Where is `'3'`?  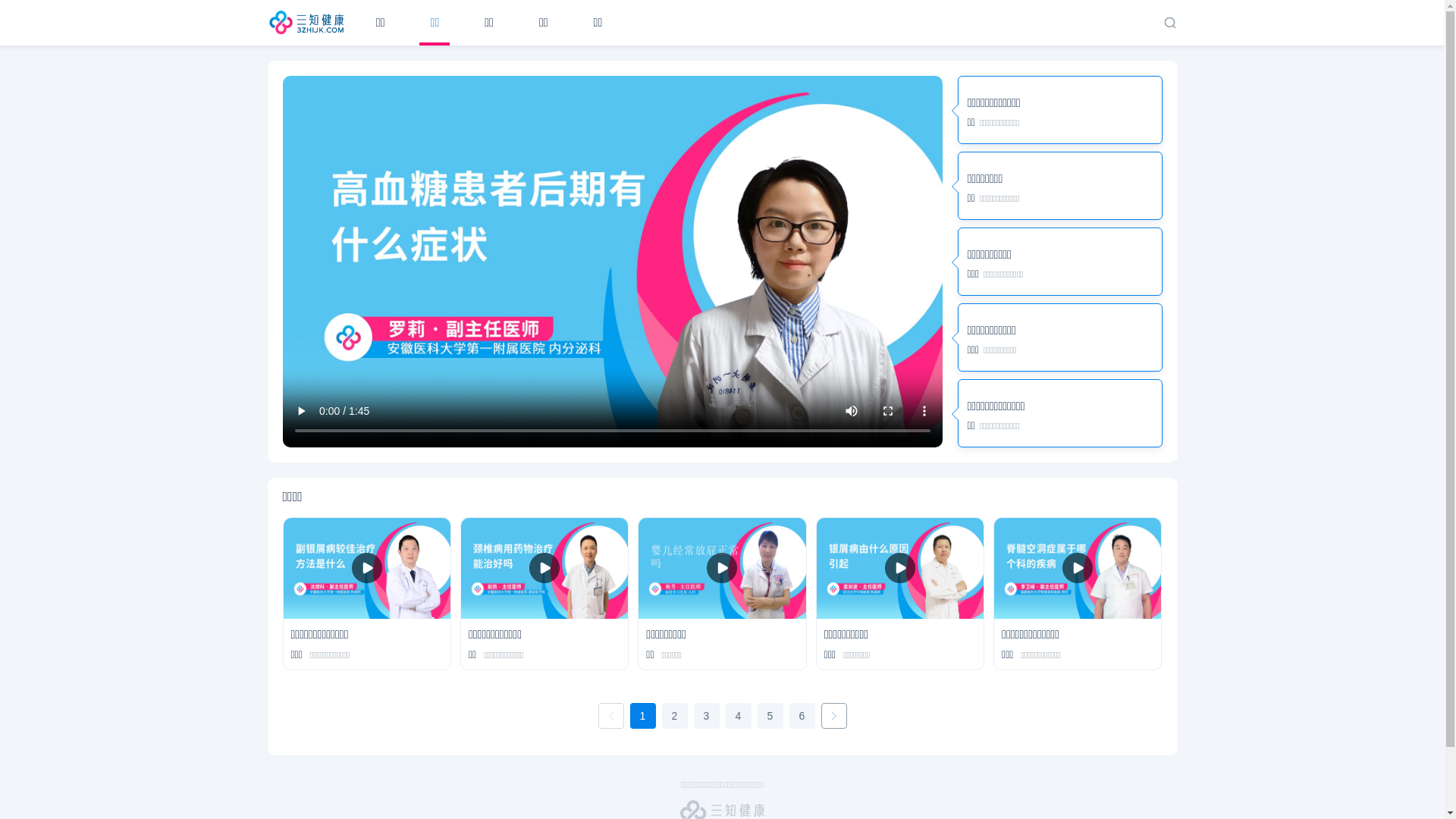
'3' is located at coordinates (692, 716).